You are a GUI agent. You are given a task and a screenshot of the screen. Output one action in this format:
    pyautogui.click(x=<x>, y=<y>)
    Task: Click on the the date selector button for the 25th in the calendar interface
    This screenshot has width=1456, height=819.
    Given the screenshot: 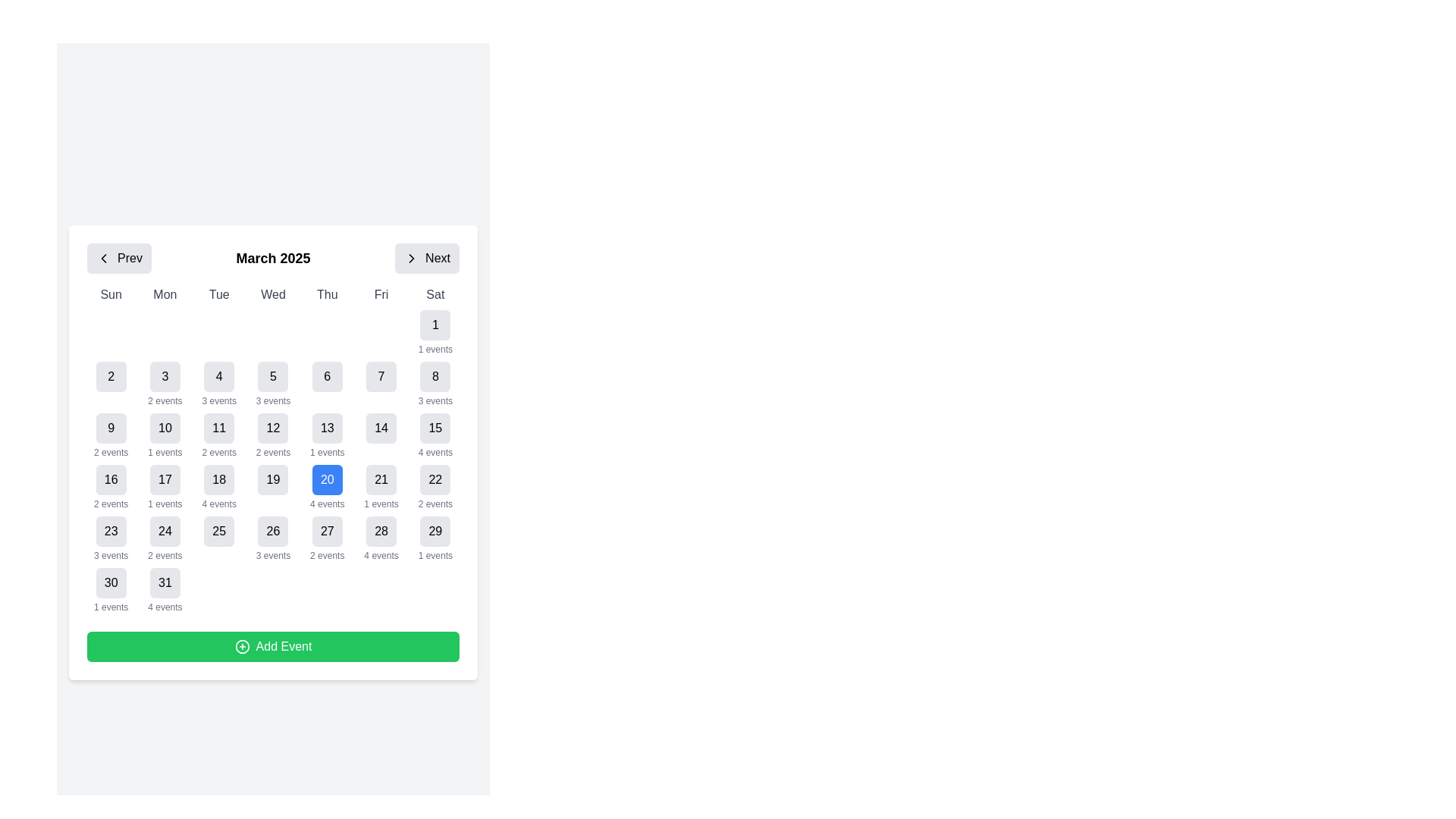 What is the action you would take?
    pyautogui.click(x=218, y=538)
    